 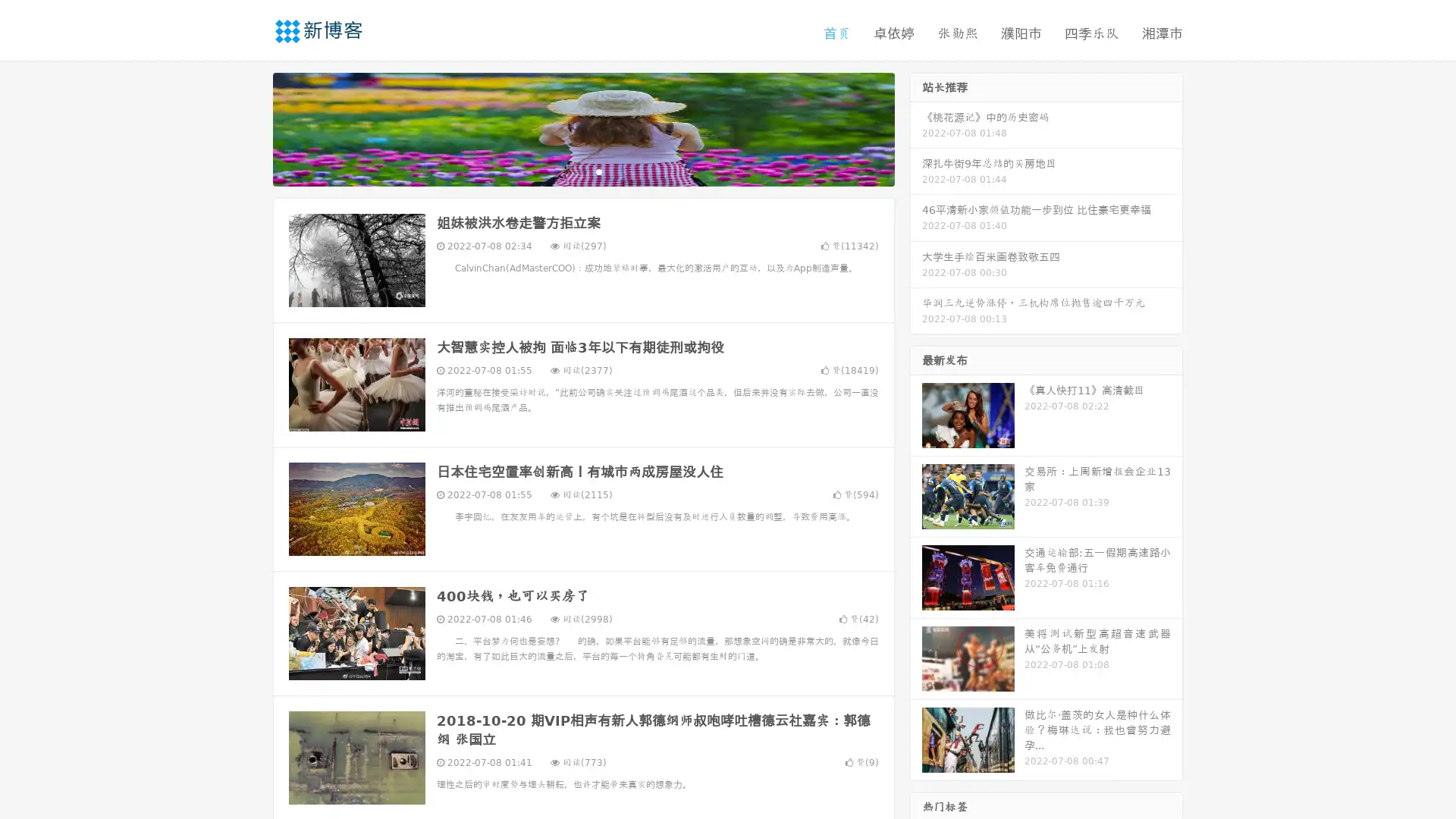 What do you see at coordinates (582, 171) in the screenshot?
I see `Go to slide 2` at bounding box center [582, 171].